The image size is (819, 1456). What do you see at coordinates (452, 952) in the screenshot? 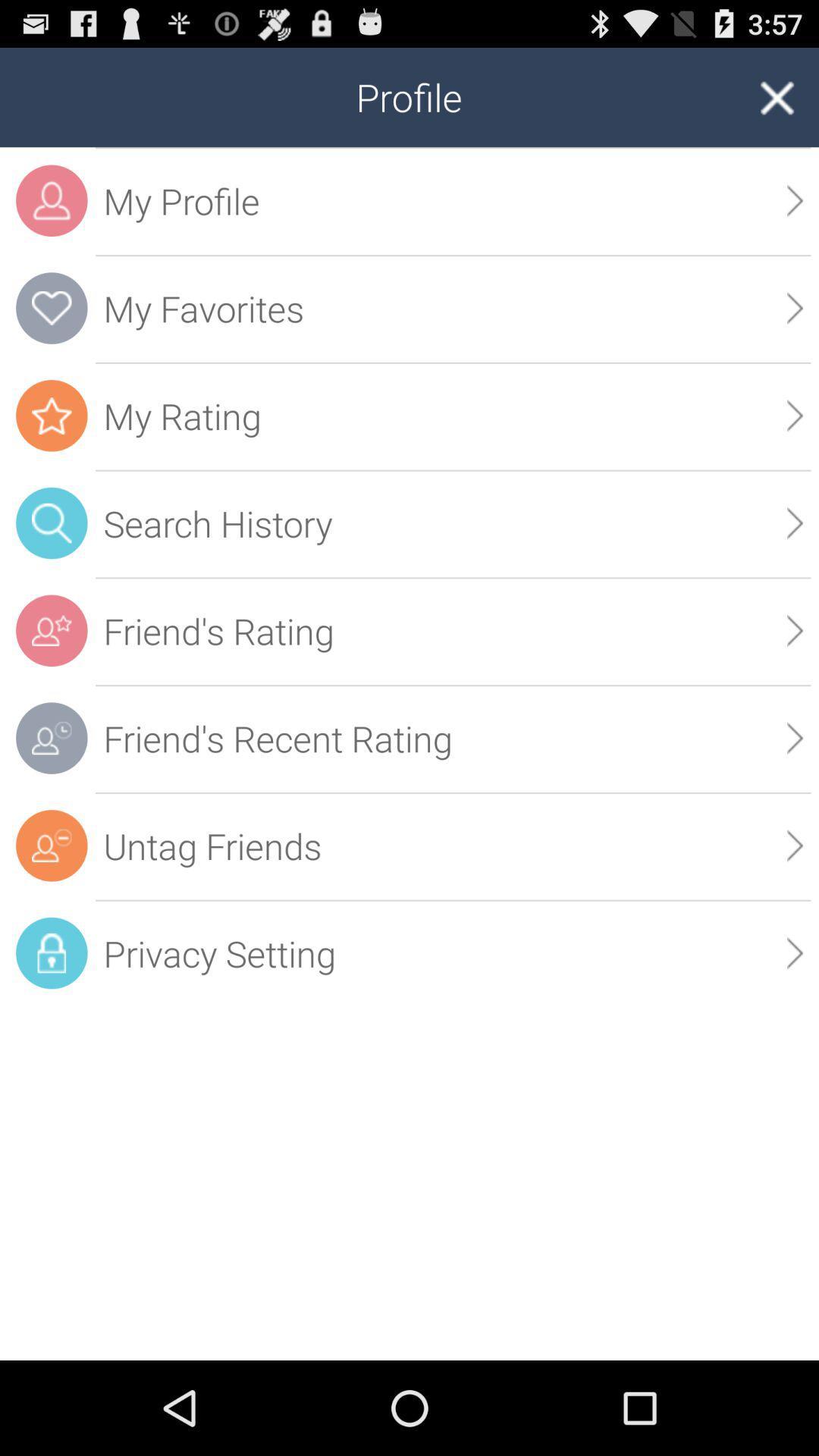
I see `icon below the untag friends app` at bounding box center [452, 952].